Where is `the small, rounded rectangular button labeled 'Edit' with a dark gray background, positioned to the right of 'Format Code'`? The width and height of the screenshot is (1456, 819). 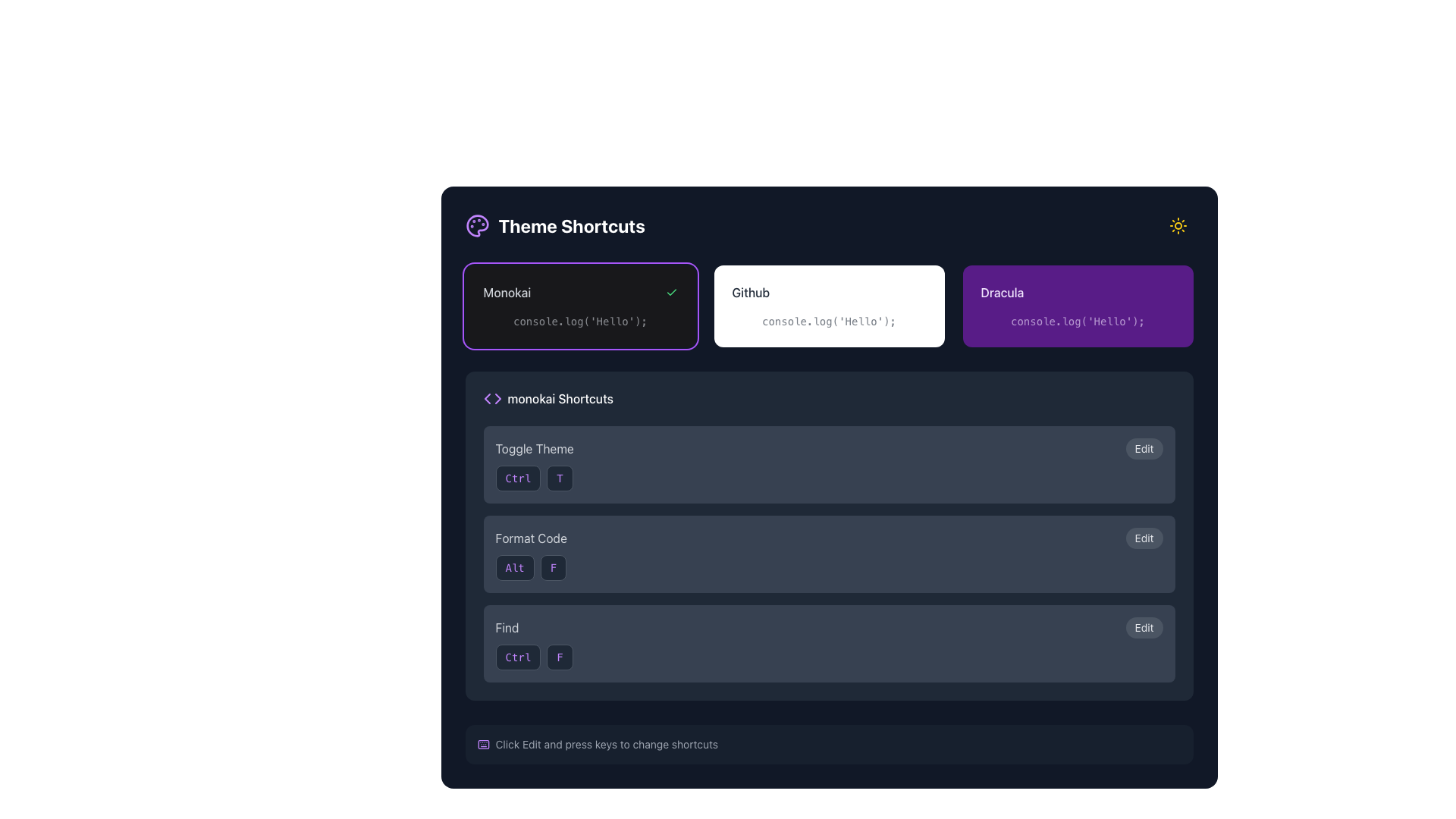
the small, rounded rectangular button labeled 'Edit' with a dark gray background, positioned to the right of 'Format Code' is located at coordinates (1144, 537).